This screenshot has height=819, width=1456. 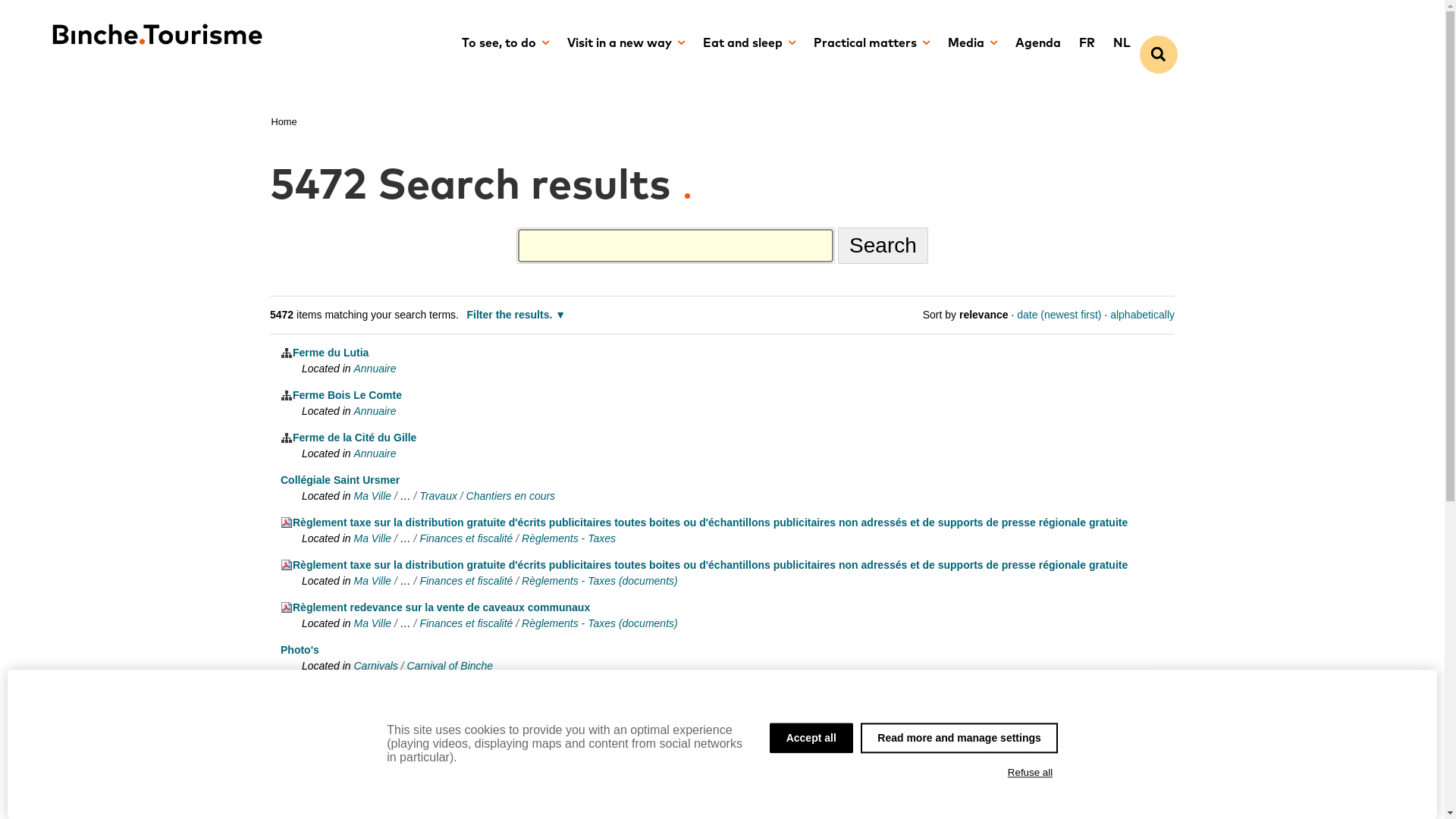 What do you see at coordinates (1142, 314) in the screenshot?
I see `'alphabetically'` at bounding box center [1142, 314].